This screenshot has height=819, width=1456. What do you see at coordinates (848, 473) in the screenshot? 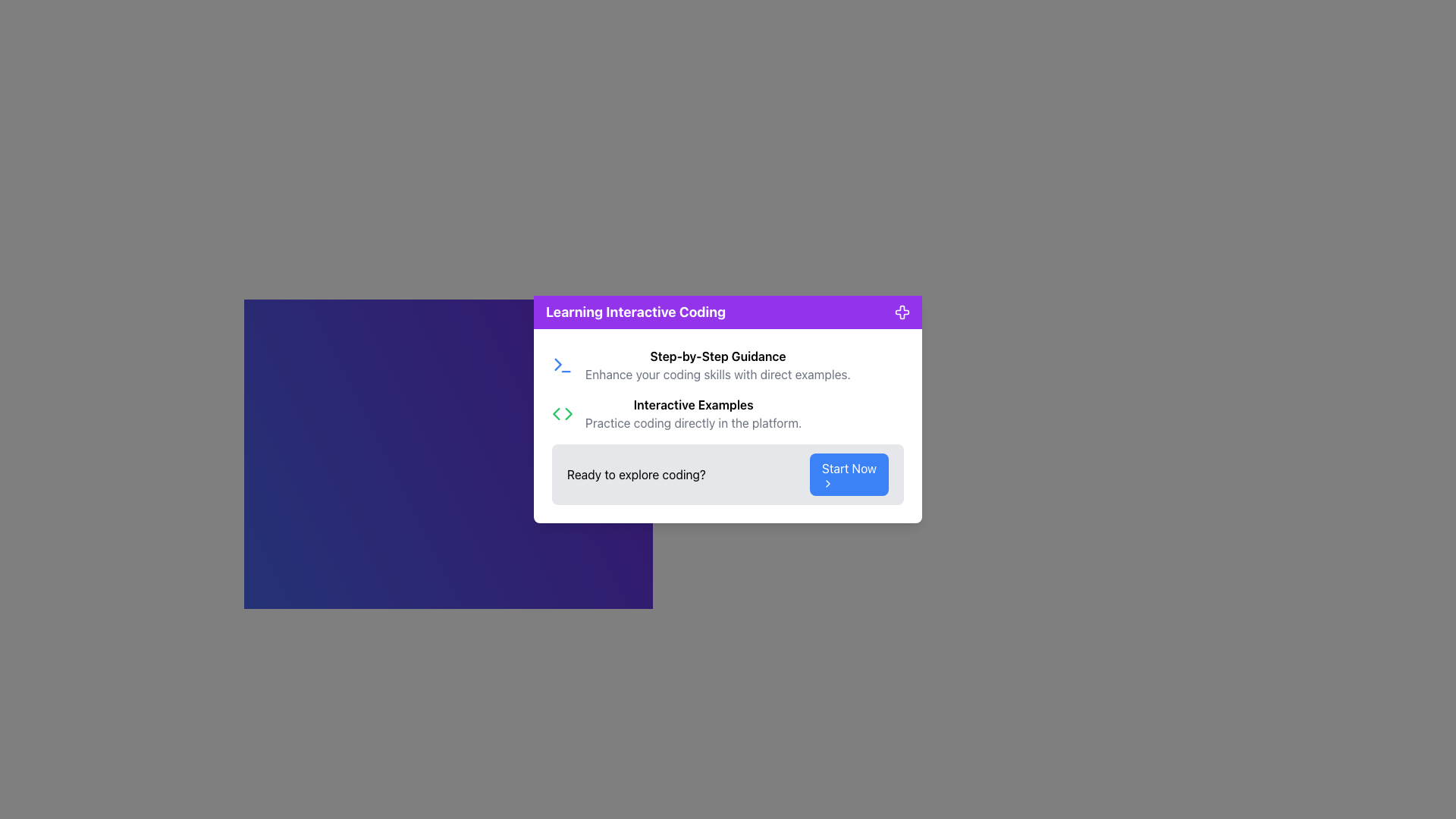
I see `the call-to-action button located` at bounding box center [848, 473].